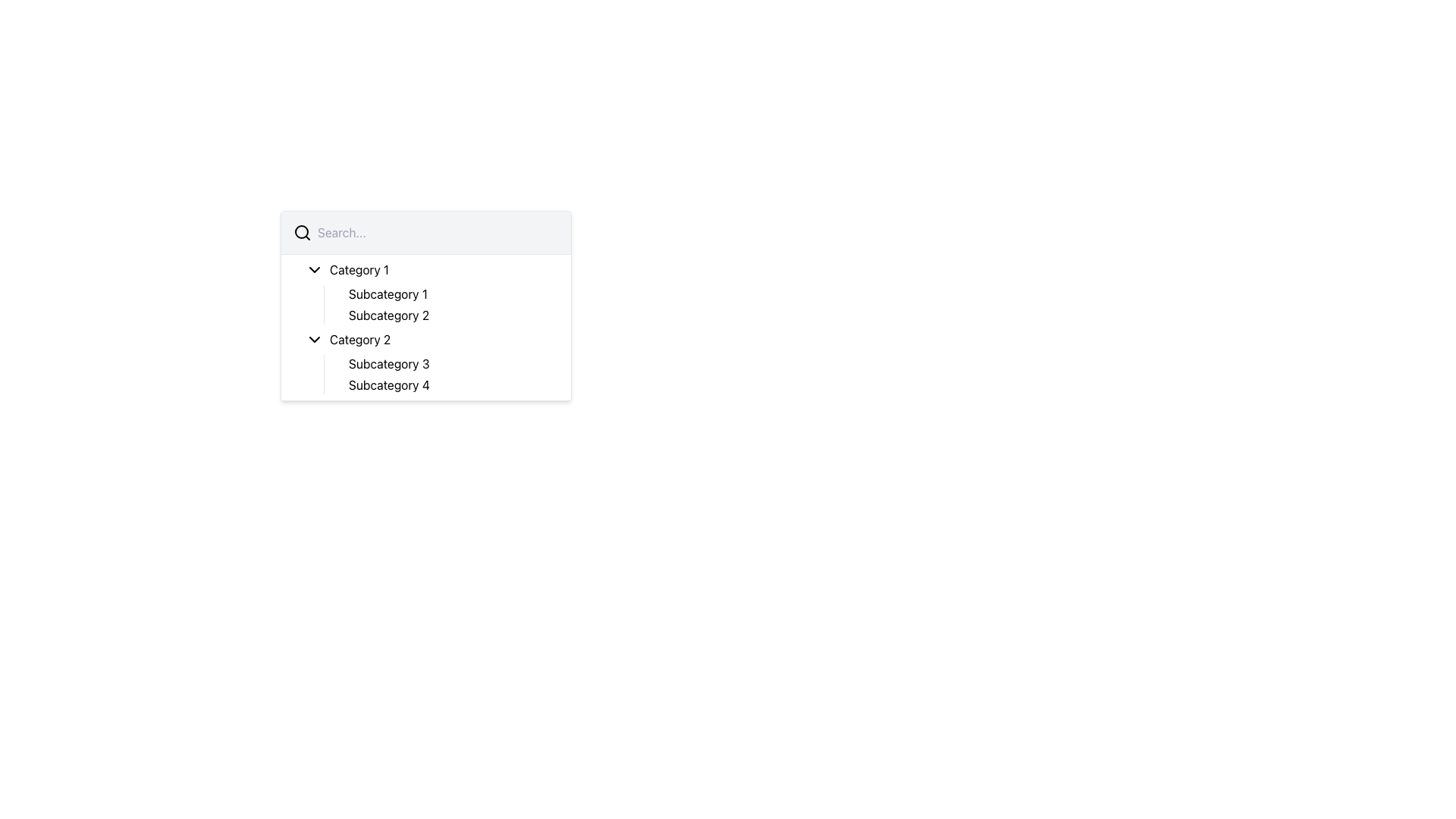 The image size is (1456, 819). I want to click on the Text label for 'Category 2', which is positioned below the chevron icon and above 'Subcategory 3' and 'Subcategory 4', so click(359, 338).